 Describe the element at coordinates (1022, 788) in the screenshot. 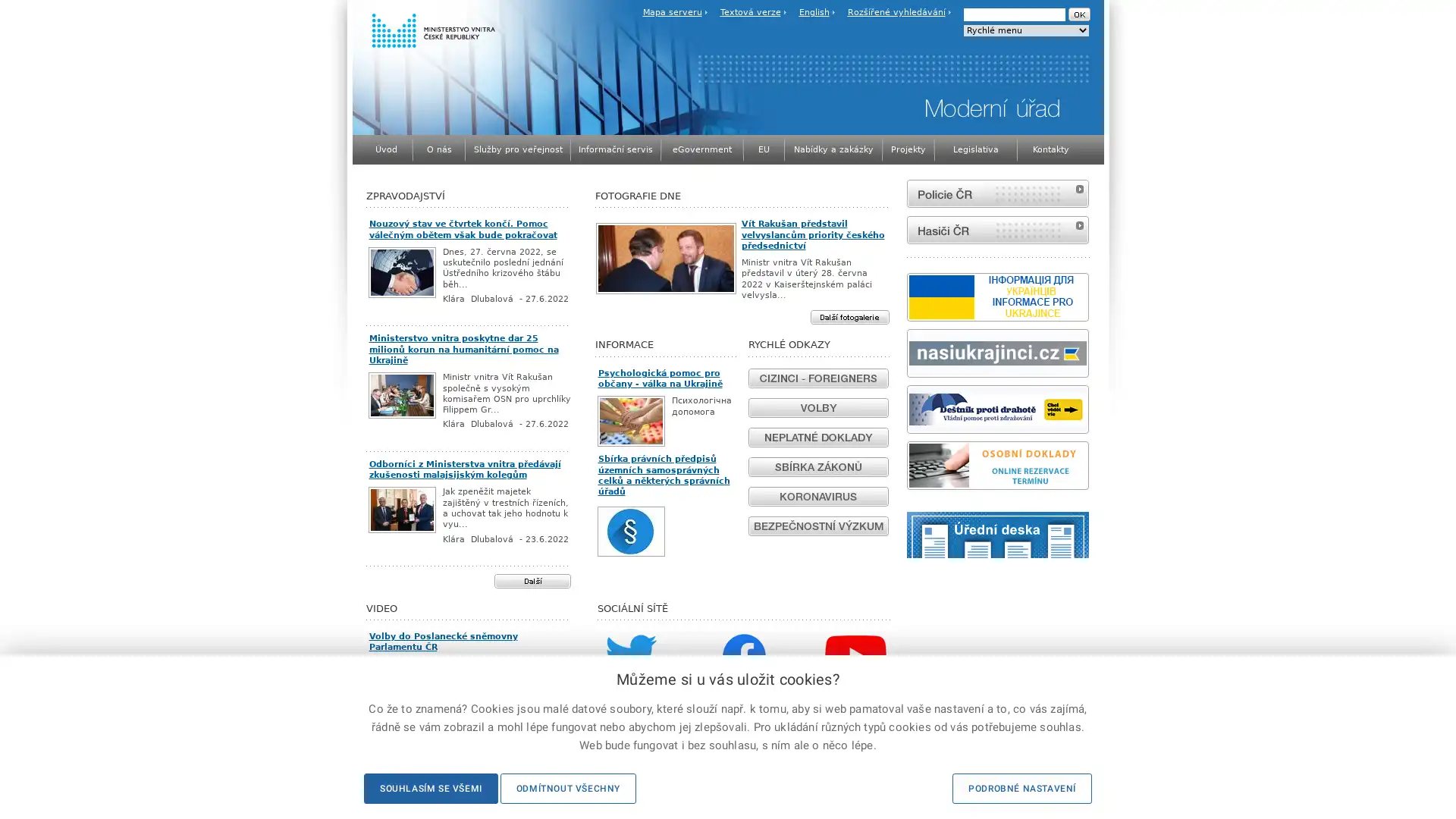

I see `PODROBNE NASTAVENI` at that location.